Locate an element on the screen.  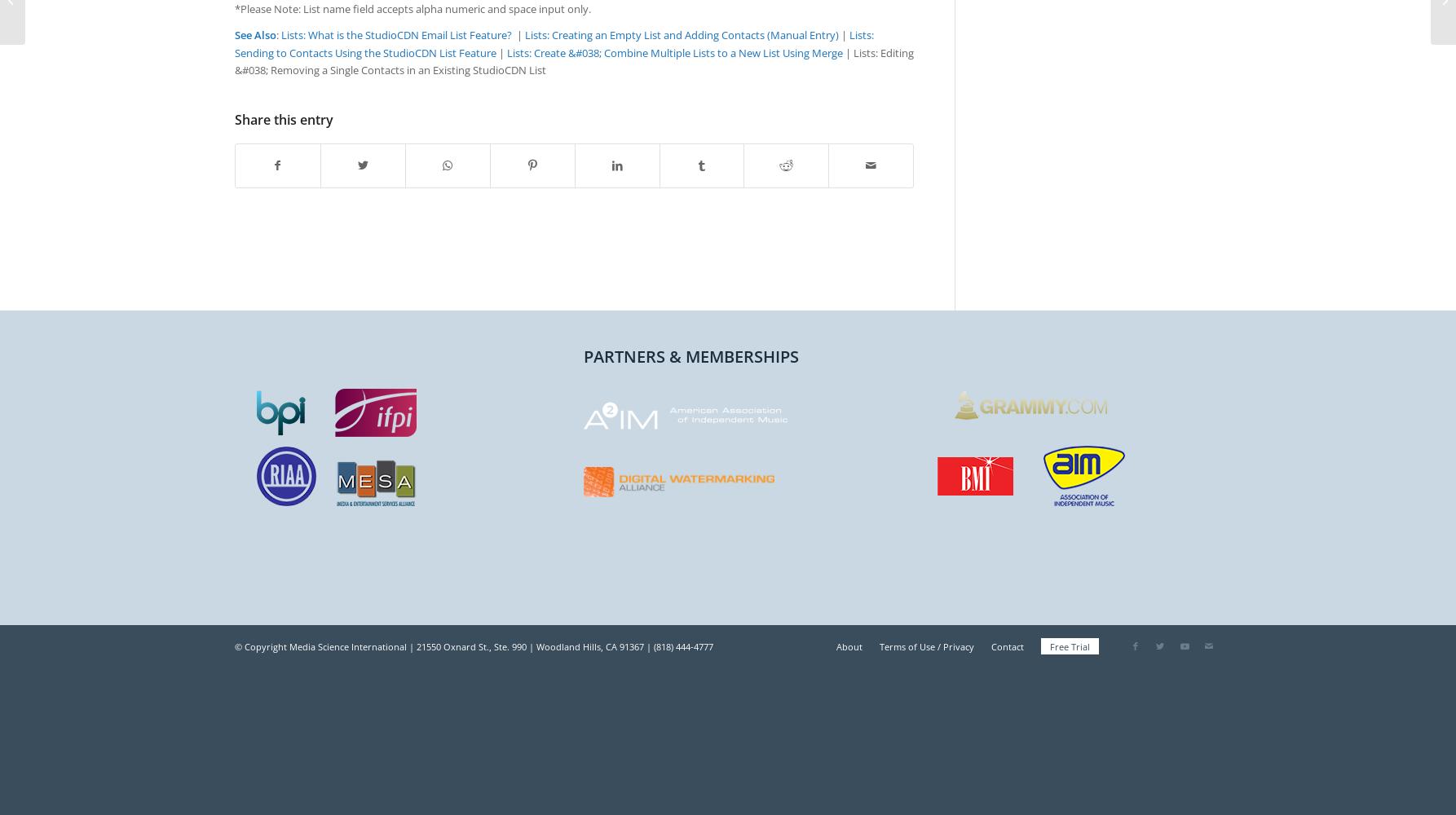
'See Also' is located at coordinates (255, 35).